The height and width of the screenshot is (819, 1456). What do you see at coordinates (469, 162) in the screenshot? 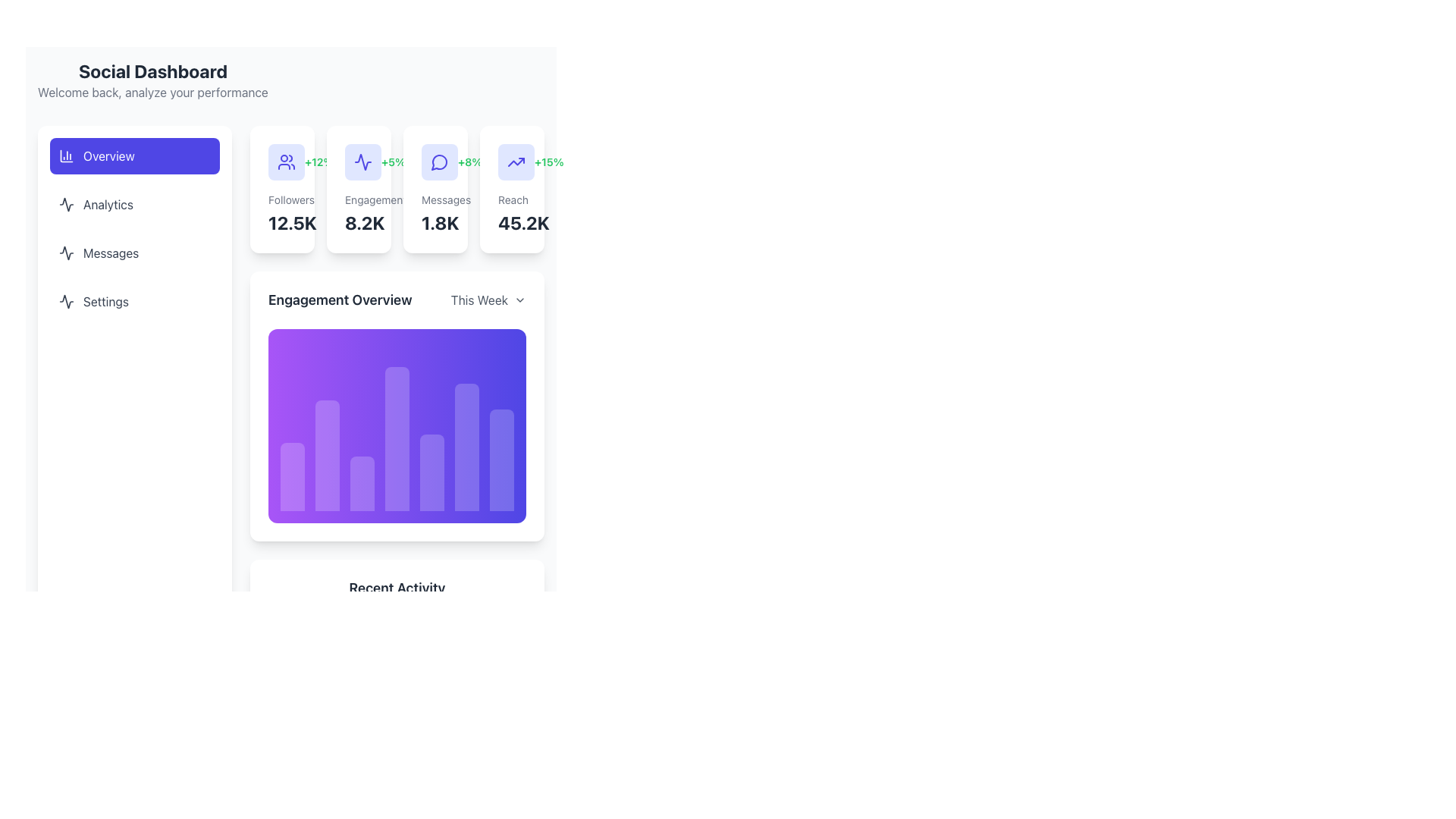
I see `the green text indicating a +8% increase related to messages, located in the 'Messages' card above the number '1.8K'` at bounding box center [469, 162].